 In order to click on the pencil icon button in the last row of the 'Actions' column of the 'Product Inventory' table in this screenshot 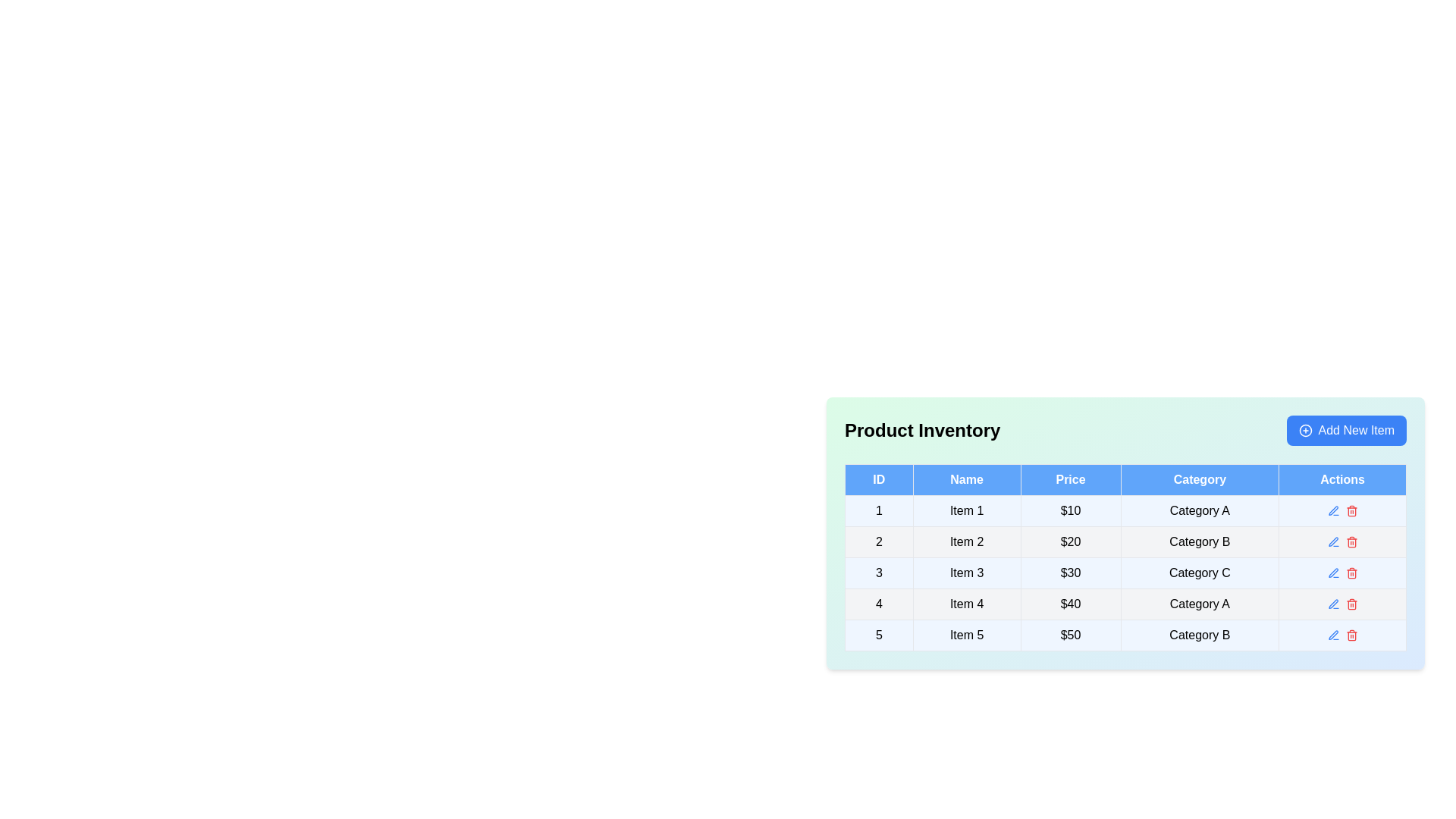, I will do `click(1332, 635)`.